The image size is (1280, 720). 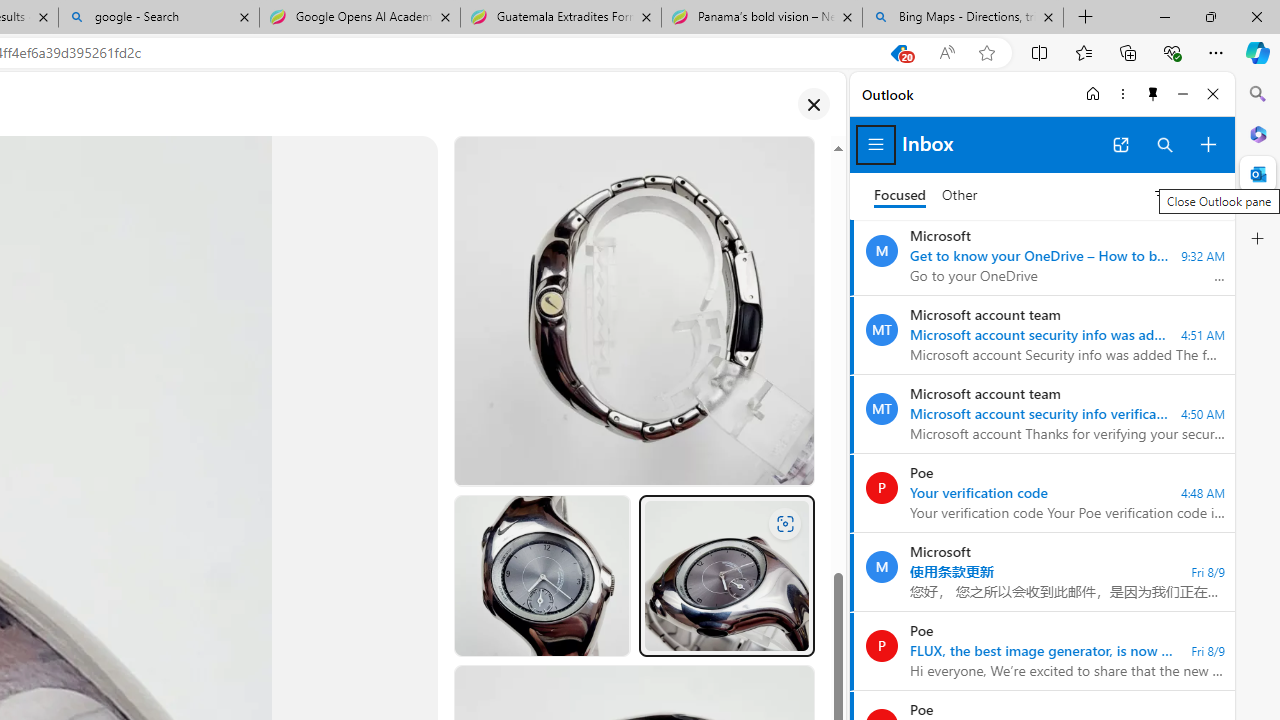 What do you see at coordinates (925, 195) in the screenshot?
I see `'Focused Inbox, toggle to go to Other Inbox'` at bounding box center [925, 195].